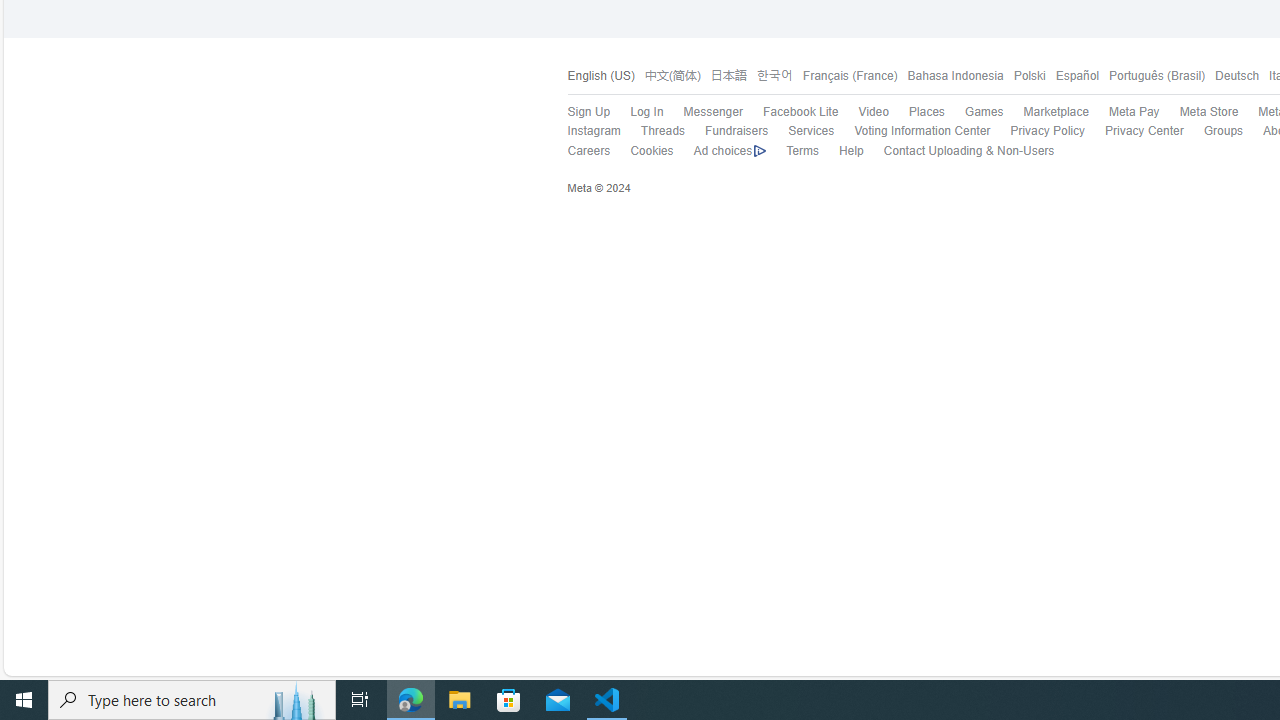 The width and height of the screenshot is (1280, 720). Describe the element at coordinates (1231, 75) in the screenshot. I see `'Deutsch'` at that location.